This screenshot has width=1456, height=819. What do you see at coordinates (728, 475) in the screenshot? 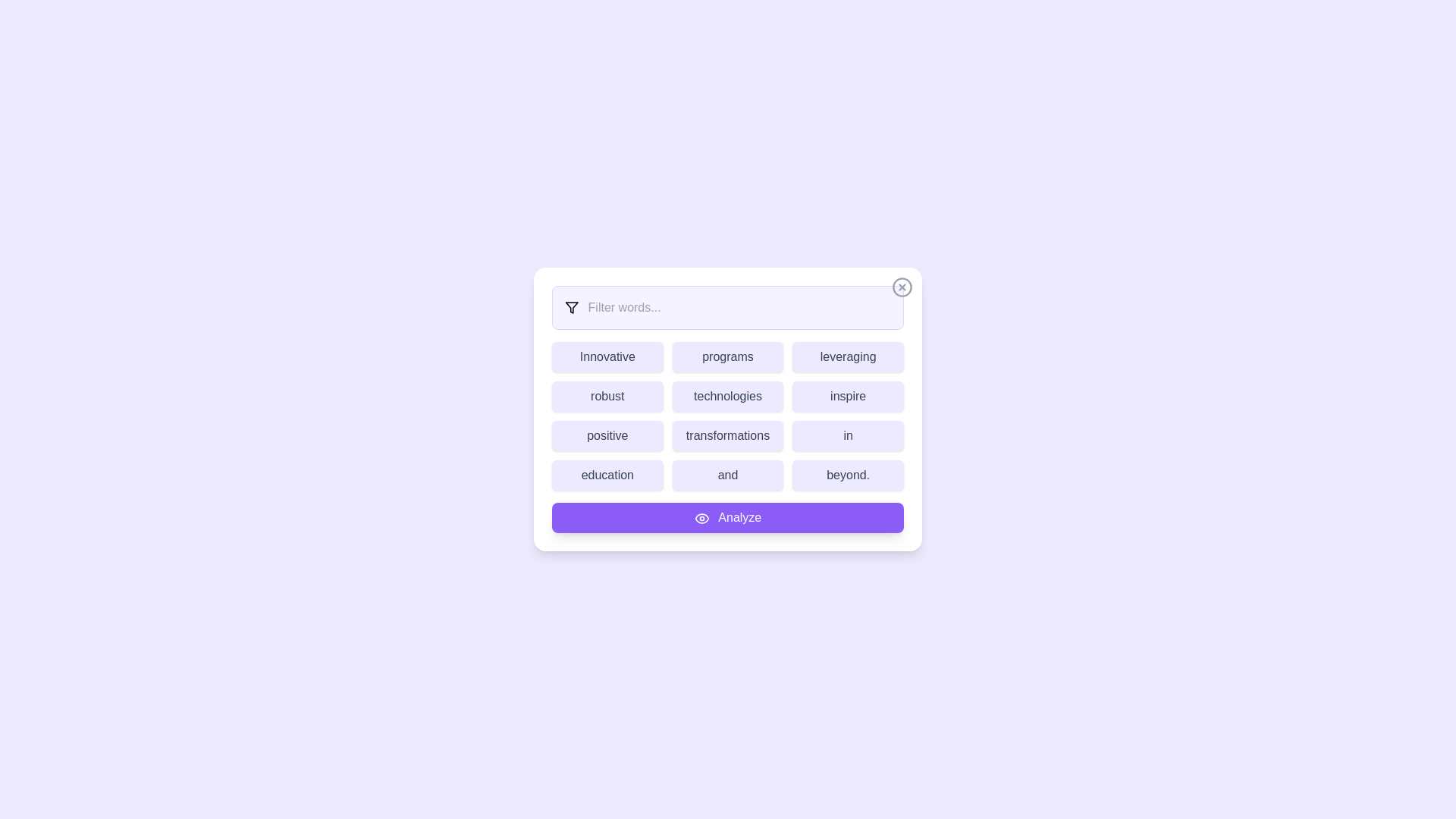
I see `the word and to highlight it` at bounding box center [728, 475].